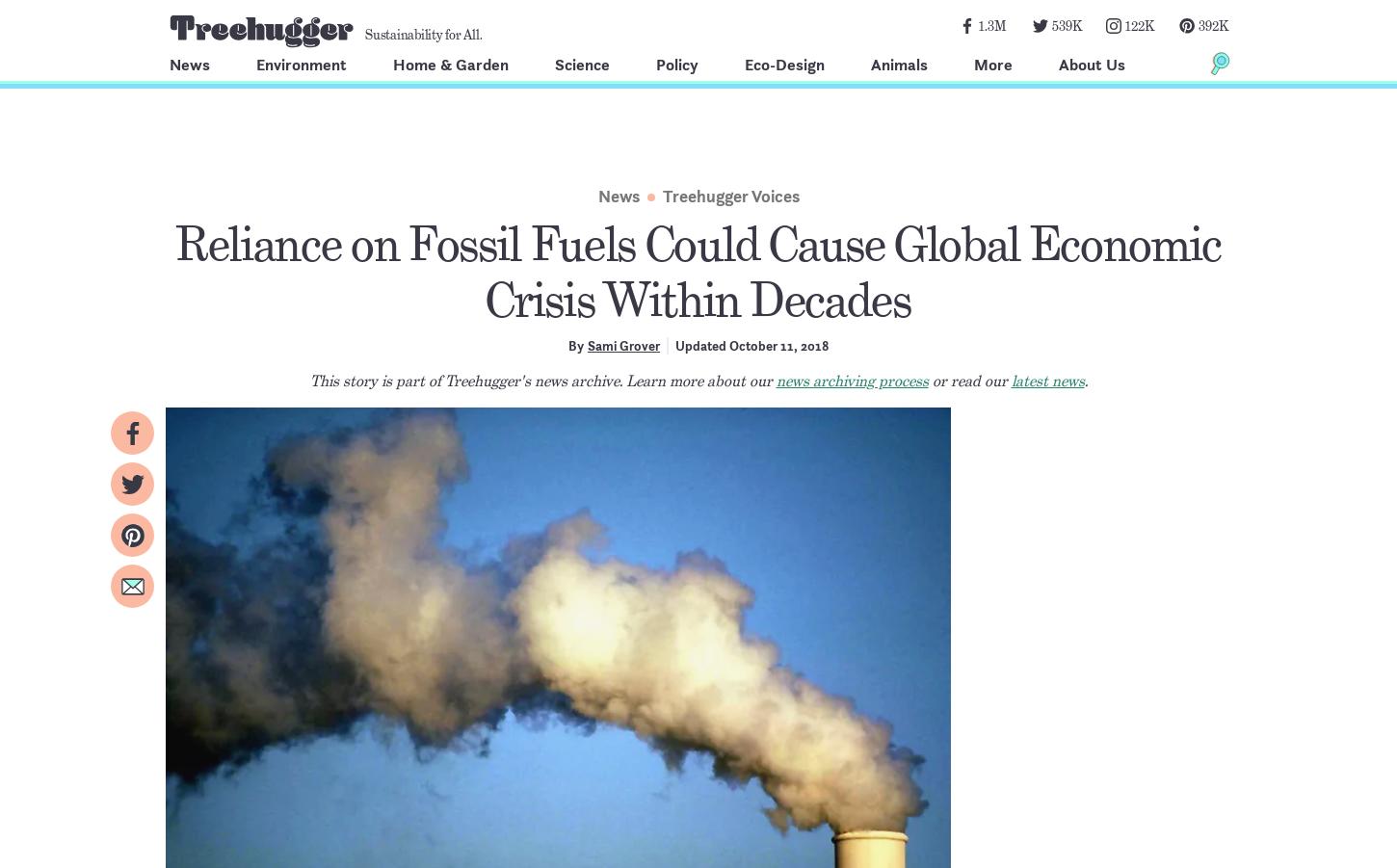 This screenshot has height=868, width=1397. Describe the element at coordinates (422, 34) in the screenshot. I see `'Sustainability for All.'` at that location.